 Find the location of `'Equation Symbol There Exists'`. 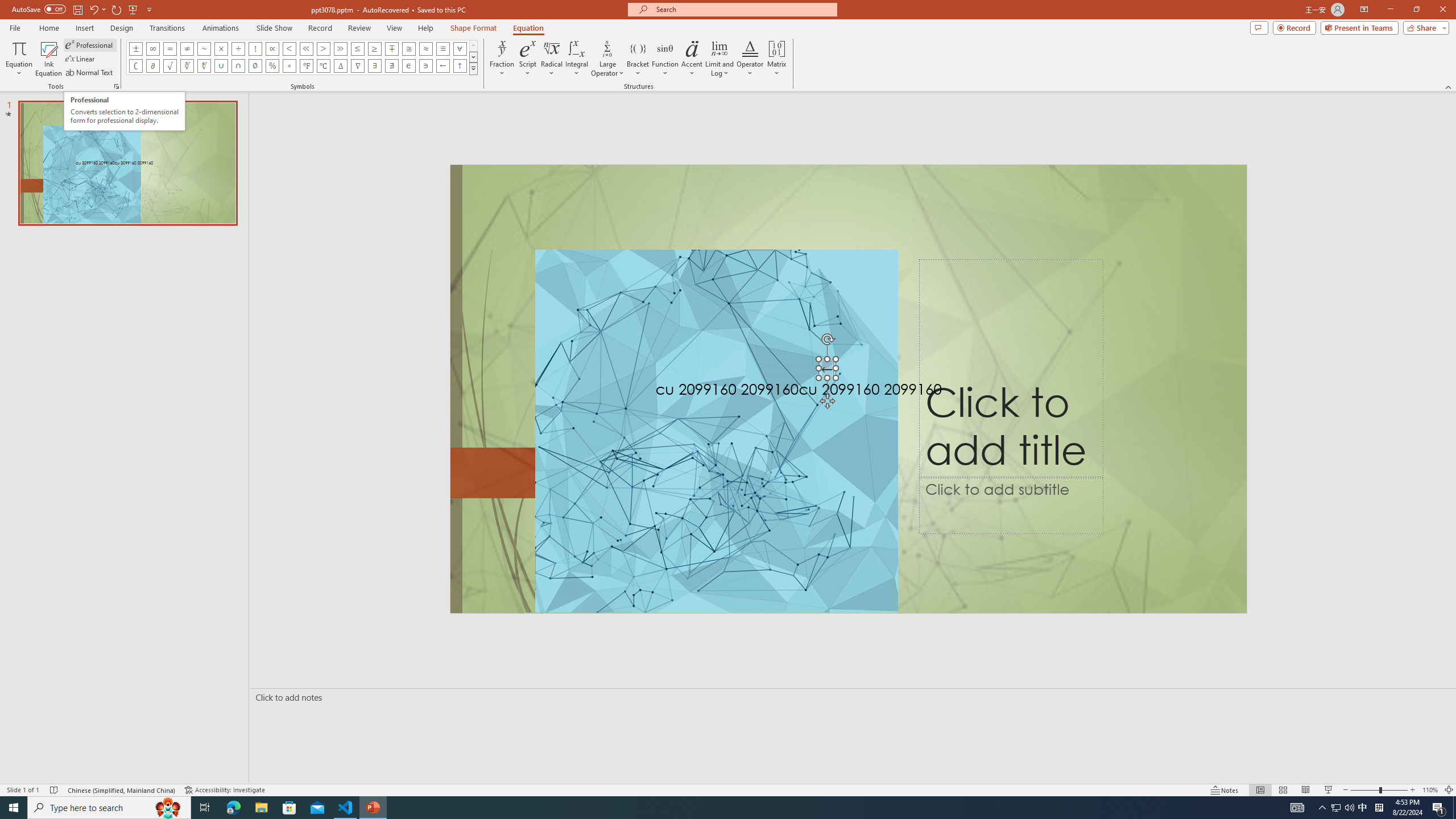

'Equation Symbol There Exists' is located at coordinates (375, 65).